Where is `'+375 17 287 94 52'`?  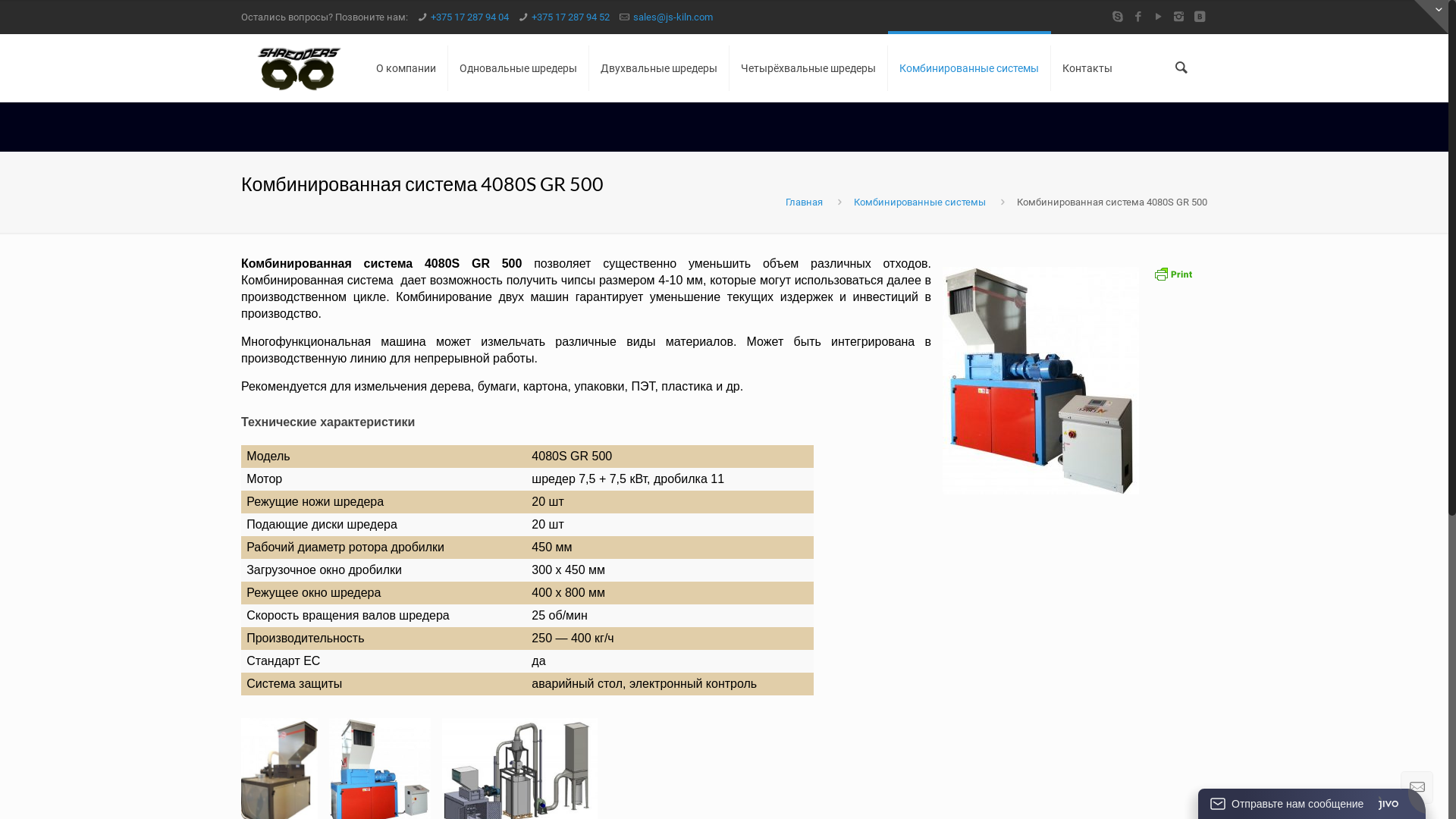
'+375 17 287 94 52' is located at coordinates (570, 17).